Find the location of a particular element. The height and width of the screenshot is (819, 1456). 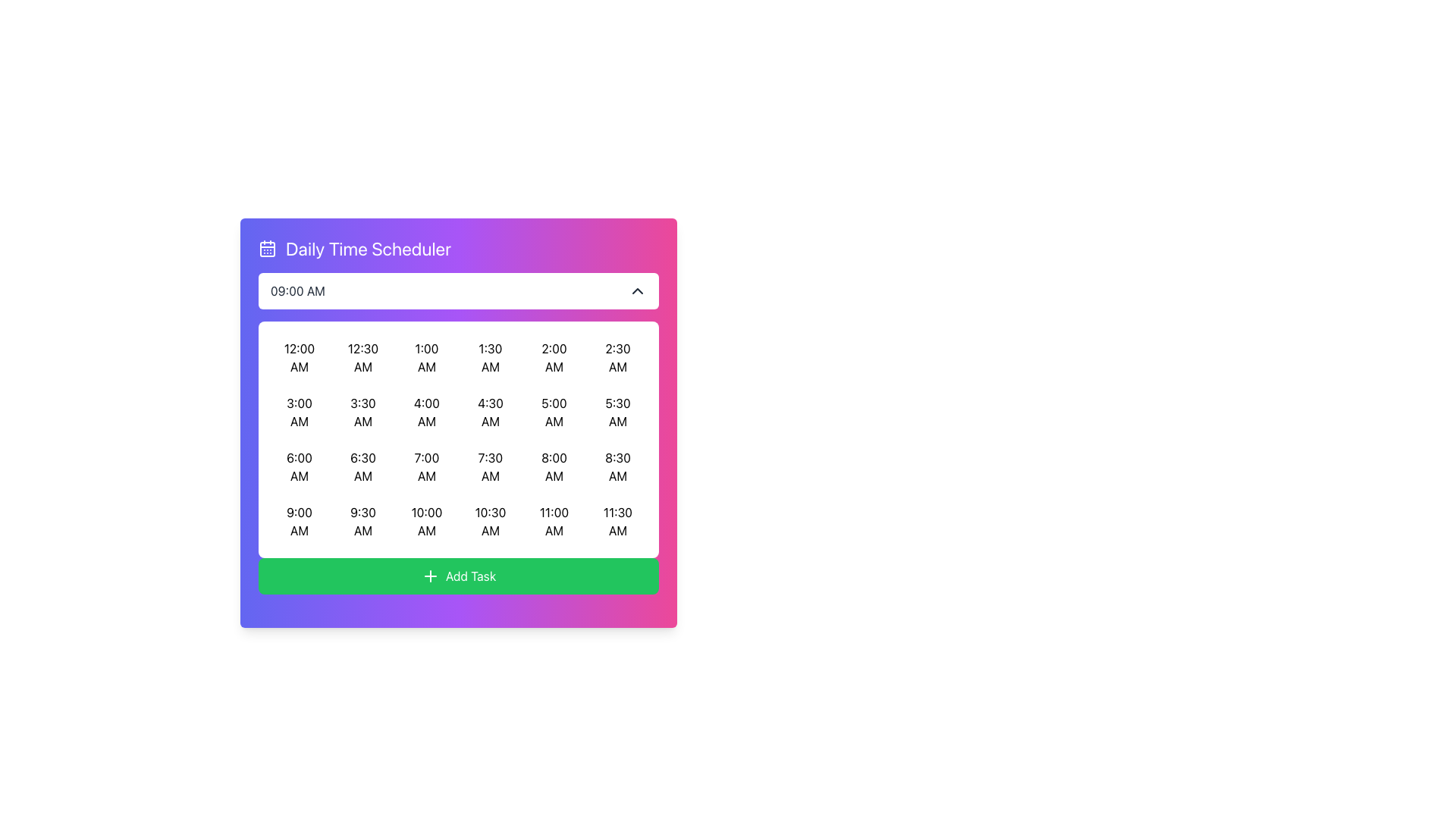

the time slot button located in the eighth column and third row of the Daily Time Scheduler grid is located at coordinates (491, 466).